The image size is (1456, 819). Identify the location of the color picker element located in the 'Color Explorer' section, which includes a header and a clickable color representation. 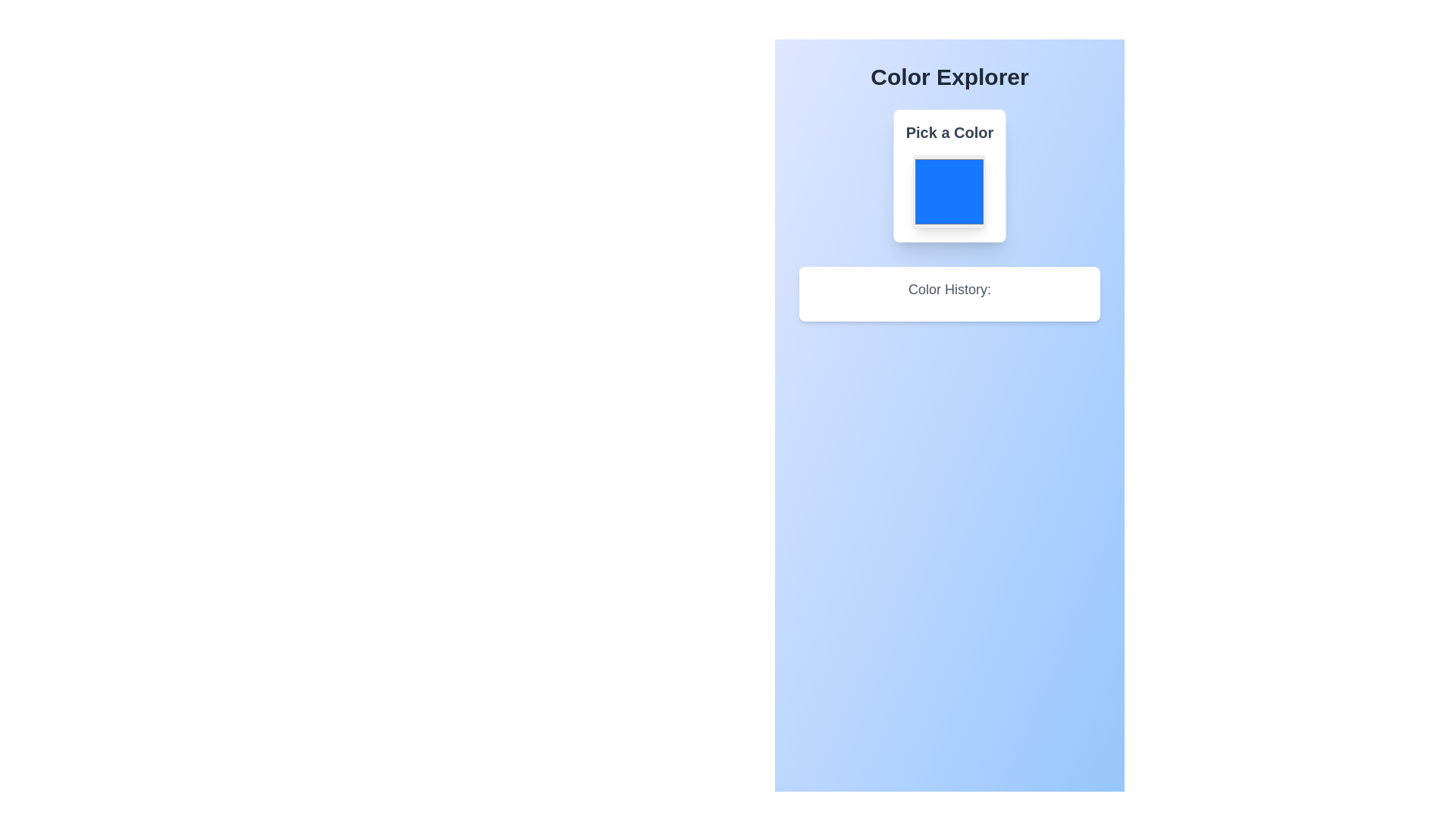
(949, 174).